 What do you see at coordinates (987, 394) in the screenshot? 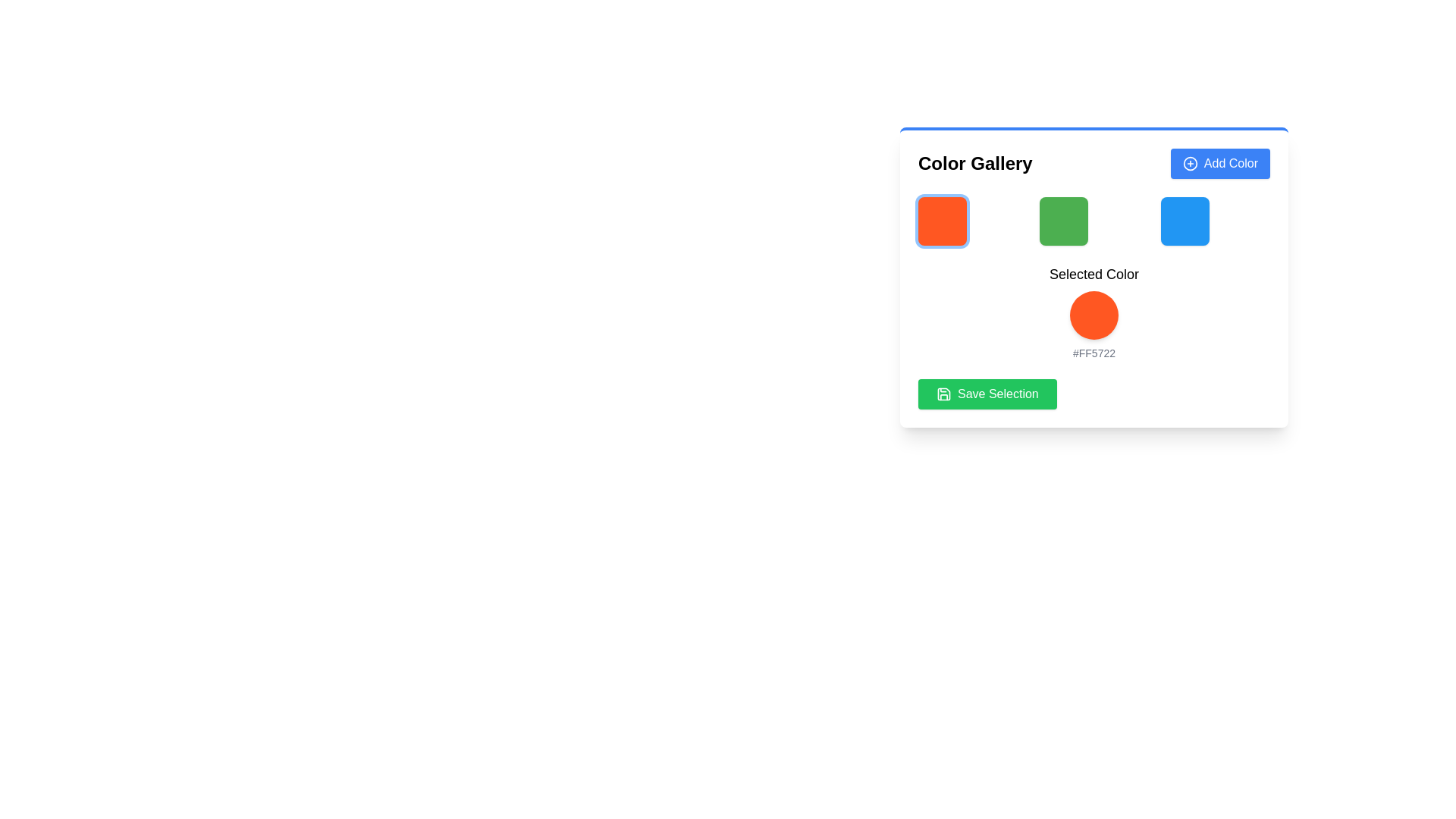
I see `the green 'Save Selection' button with a white save icon located in the bottom-right section of the 'Color Gallery' panel` at bounding box center [987, 394].